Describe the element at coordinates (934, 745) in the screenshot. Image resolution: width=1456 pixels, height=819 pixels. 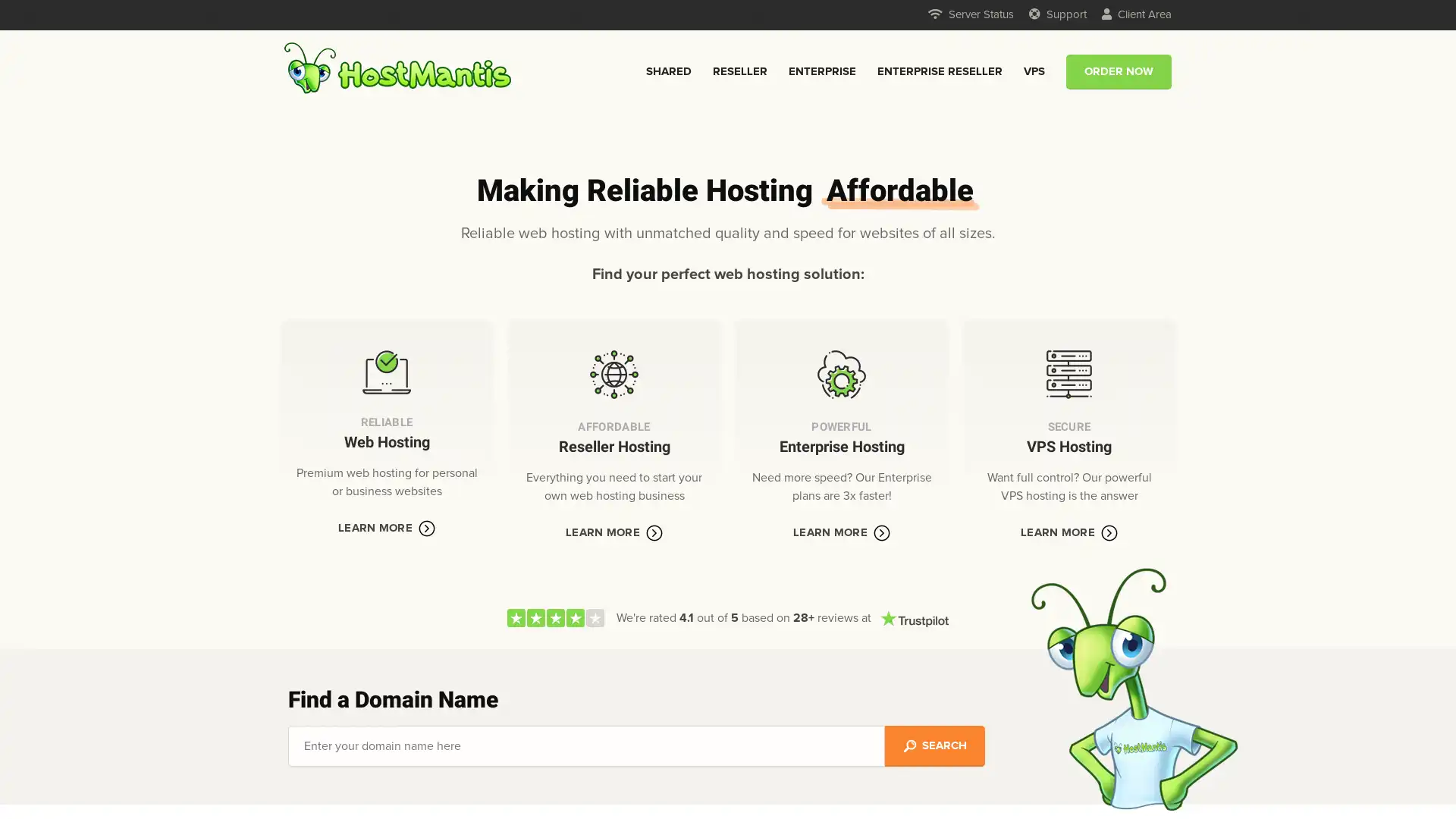
I see `Search` at that location.